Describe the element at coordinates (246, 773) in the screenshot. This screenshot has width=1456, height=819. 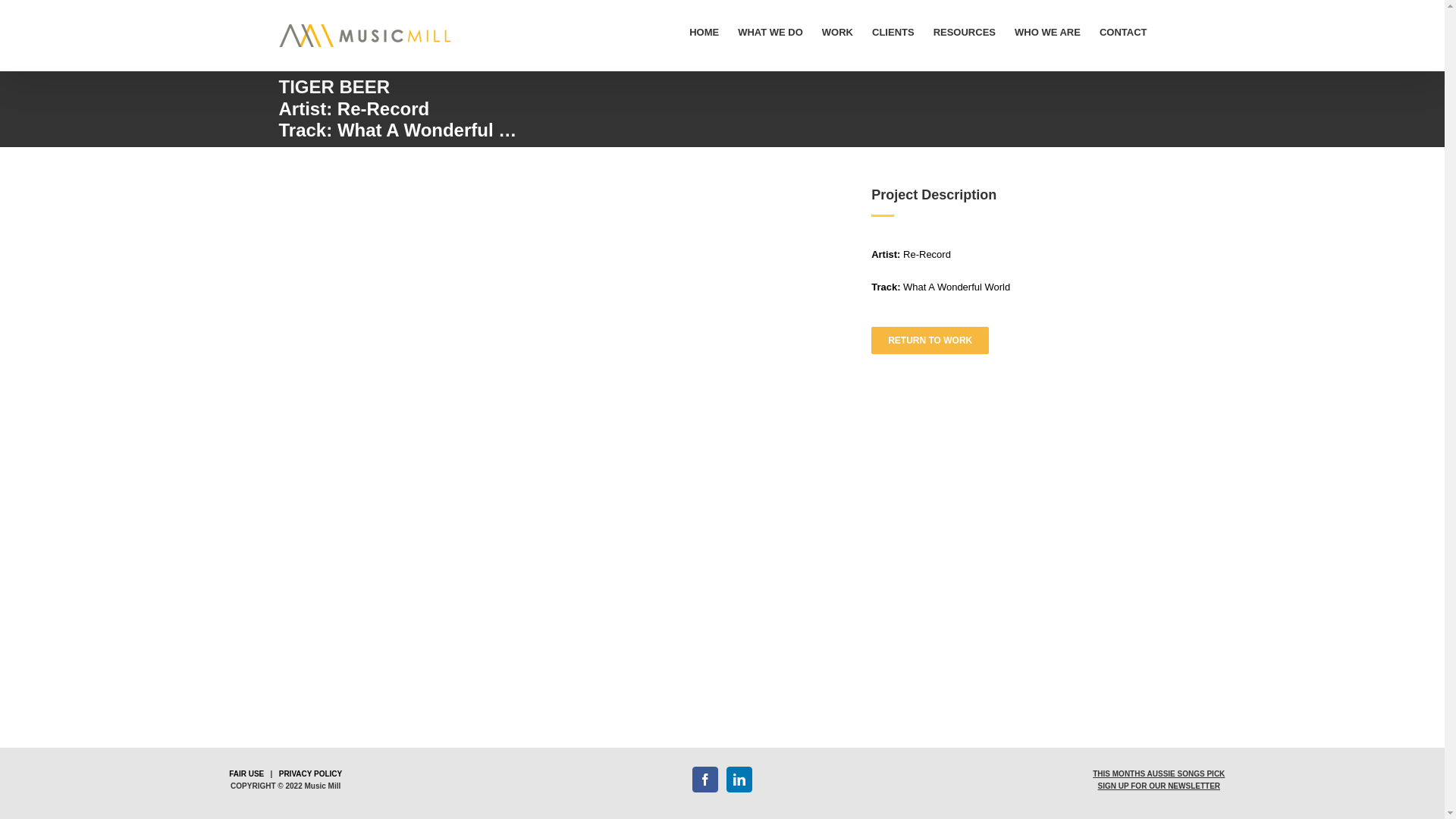
I see `'FAIR USE'` at that location.